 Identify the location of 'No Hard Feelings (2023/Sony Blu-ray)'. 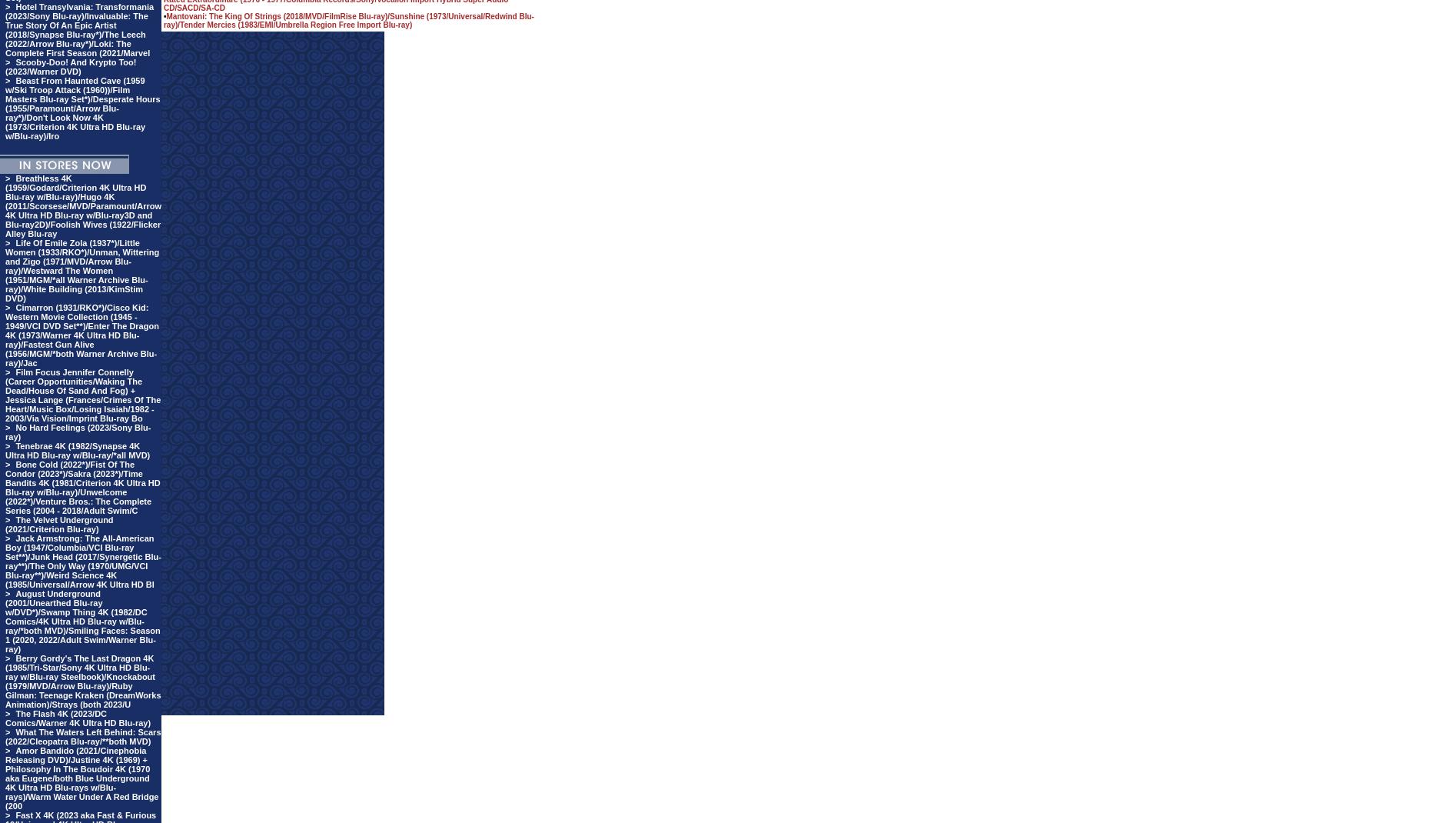
(77, 431).